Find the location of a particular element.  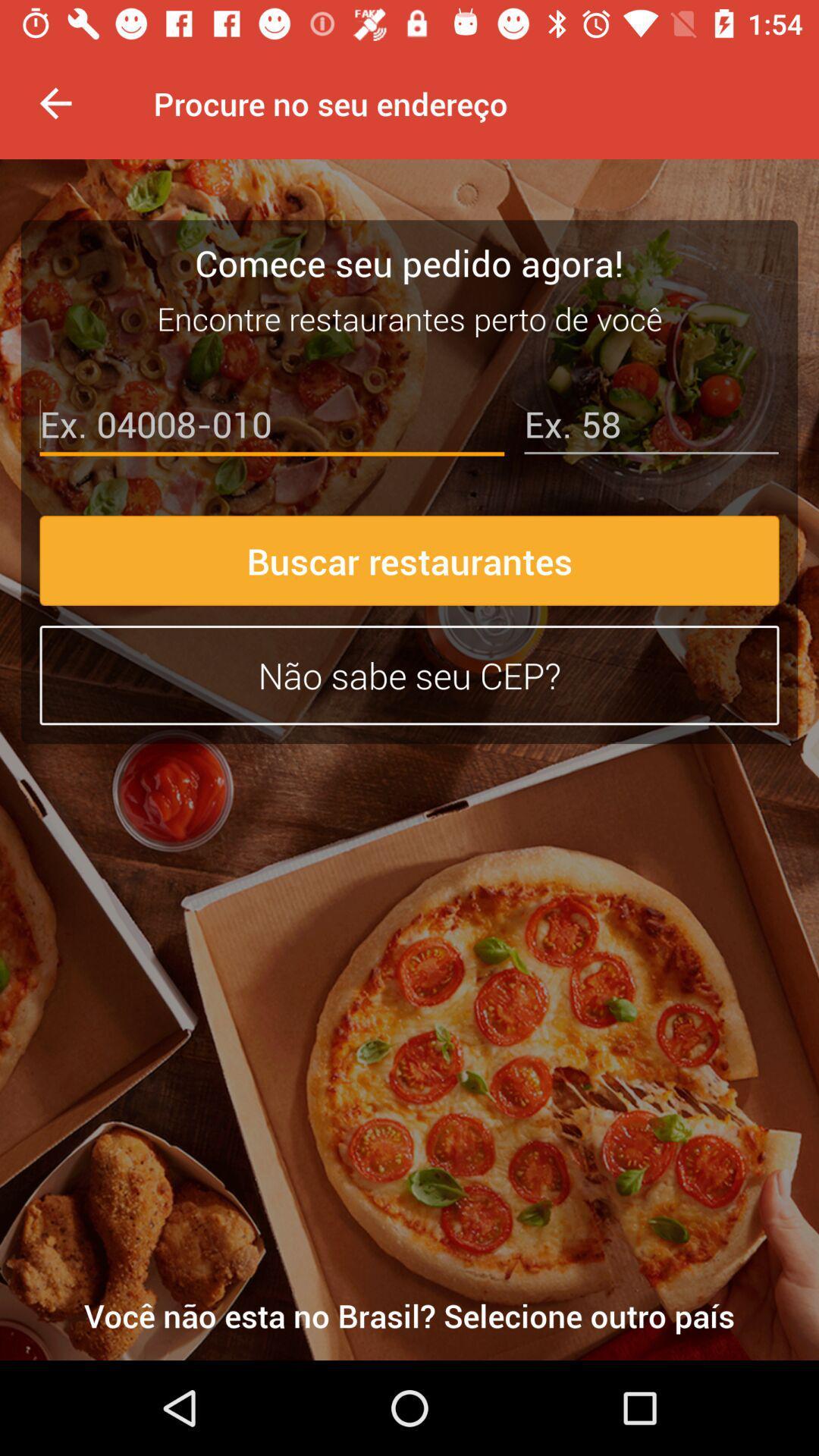

house number is located at coordinates (651, 427).